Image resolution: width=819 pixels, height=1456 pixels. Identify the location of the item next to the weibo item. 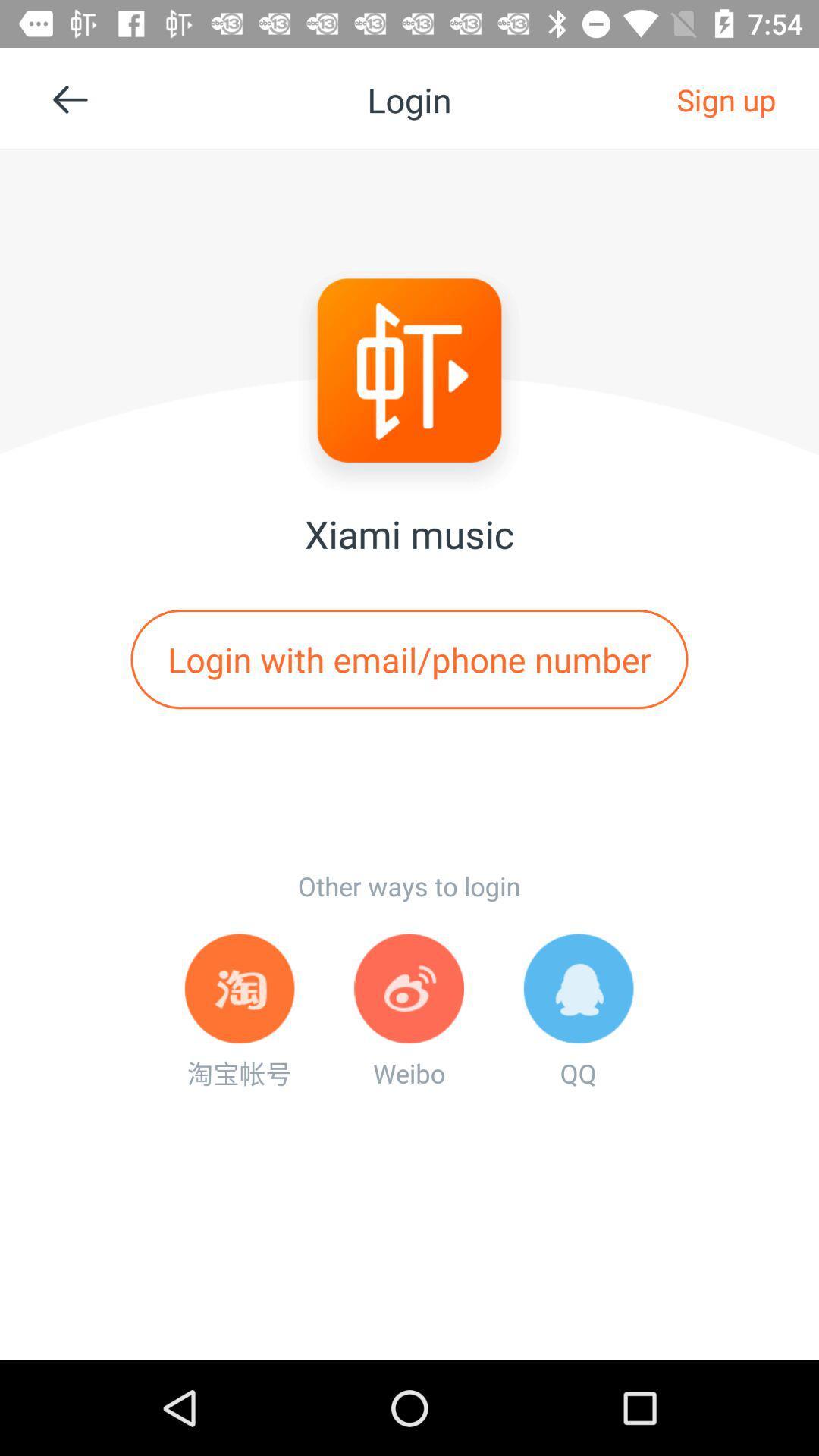
(239, 1012).